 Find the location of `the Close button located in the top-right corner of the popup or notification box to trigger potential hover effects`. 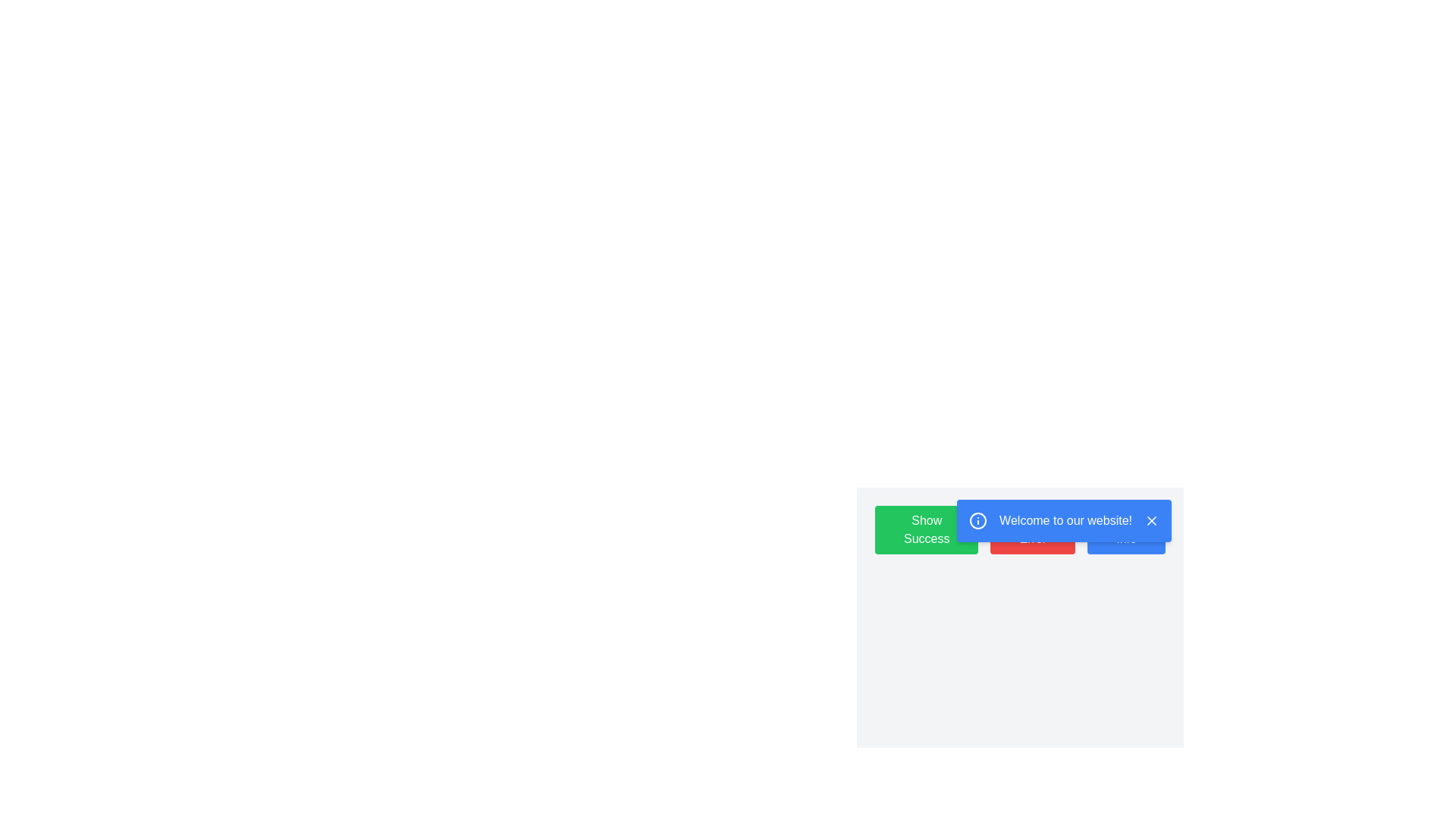

the Close button located in the top-right corner of the popup or notification box to trigger potential hover effects is located at coordinates (1151, 519).